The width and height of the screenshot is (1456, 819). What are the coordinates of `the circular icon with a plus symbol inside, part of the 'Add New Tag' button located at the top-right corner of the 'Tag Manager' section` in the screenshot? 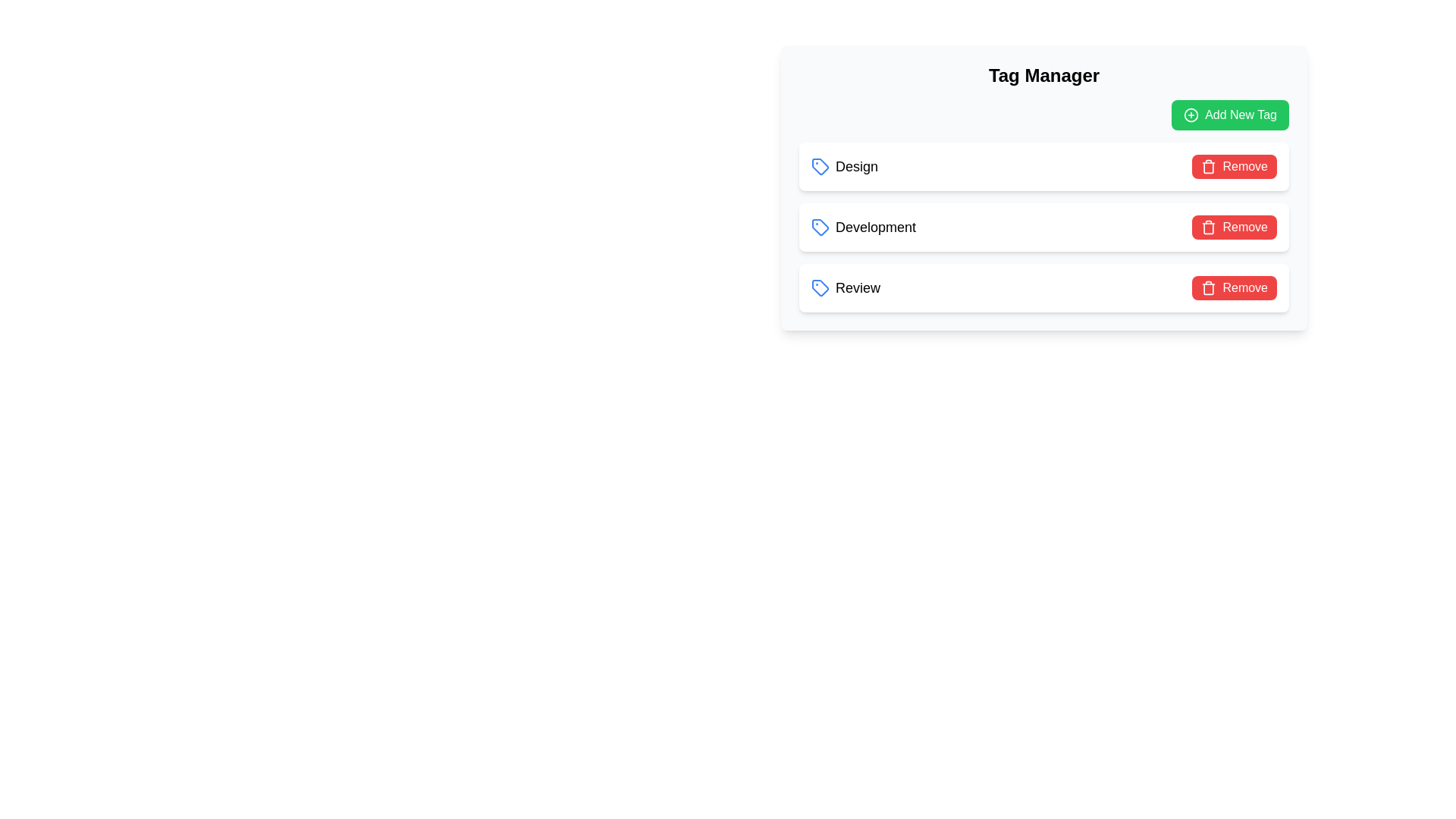 It's located at (1191, 114).